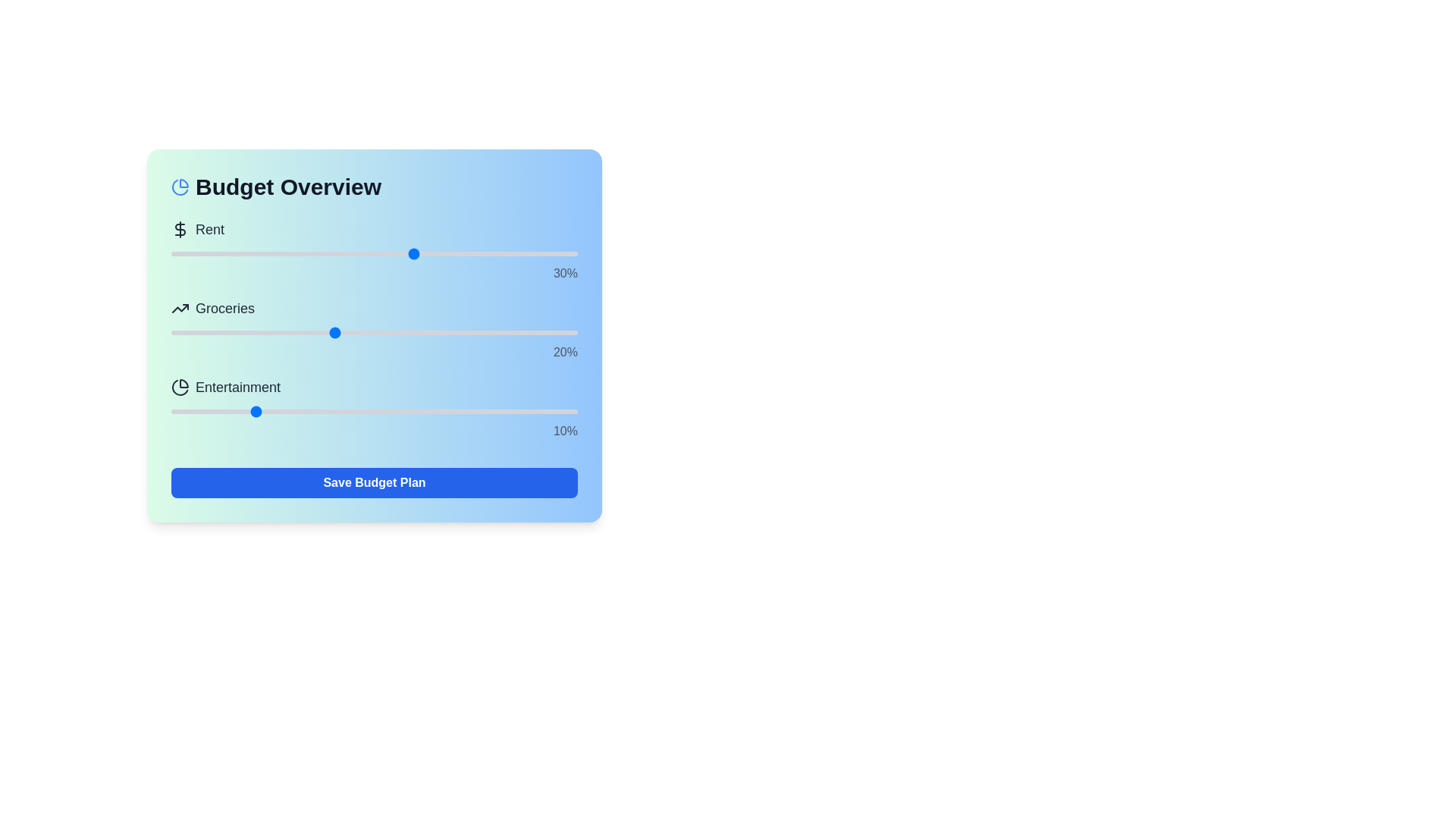 The width and height of the screenshot is (1456, 819). Describe the element at coordinates (180, 308) in the screenshot. I see `the decorative icon representing statistical data for the 'Groceries' category, located to the left of the 'Groceries' label` at that location.